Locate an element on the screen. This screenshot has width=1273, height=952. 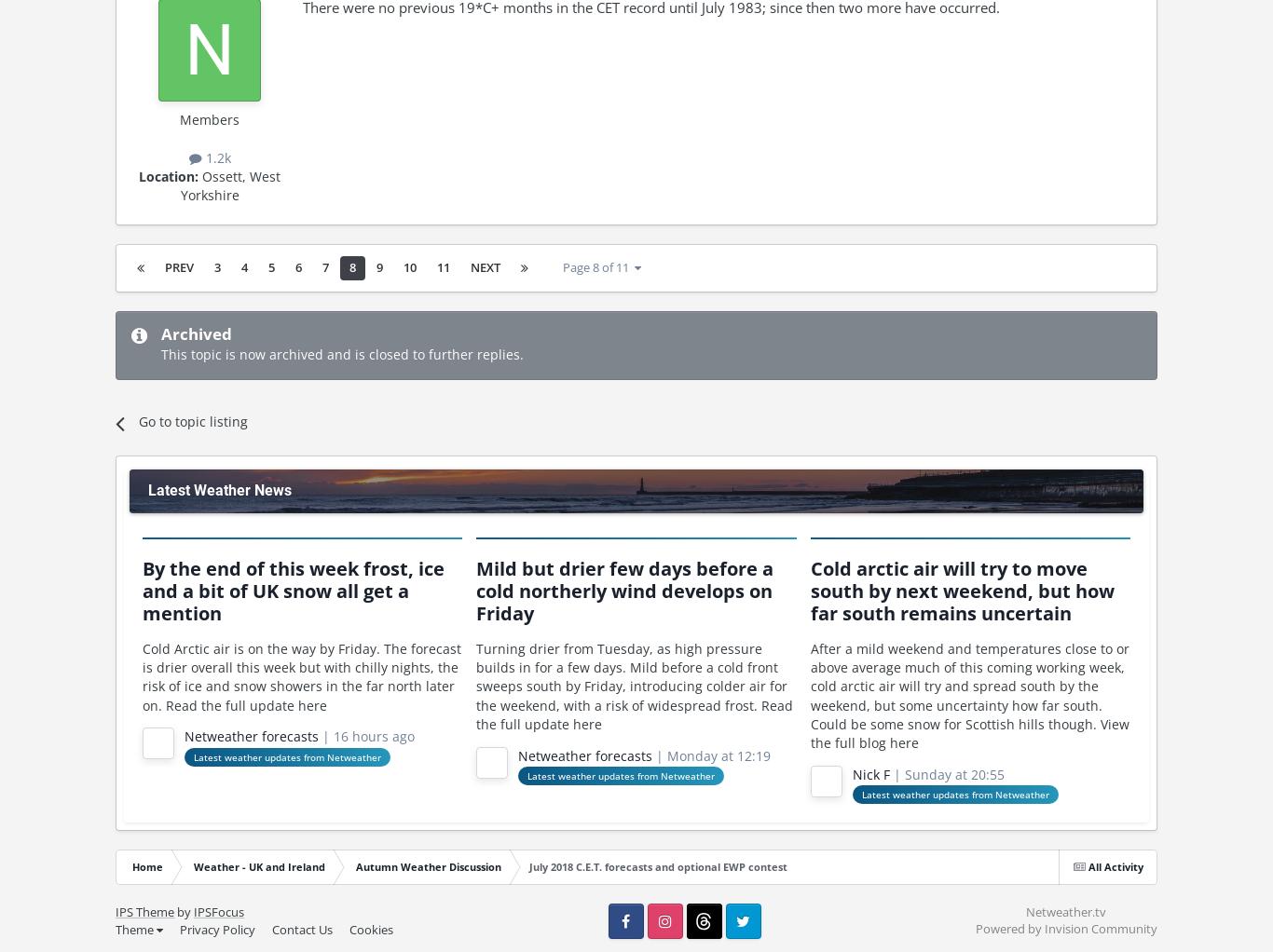
'Home' is located at coordinates (131, 866).